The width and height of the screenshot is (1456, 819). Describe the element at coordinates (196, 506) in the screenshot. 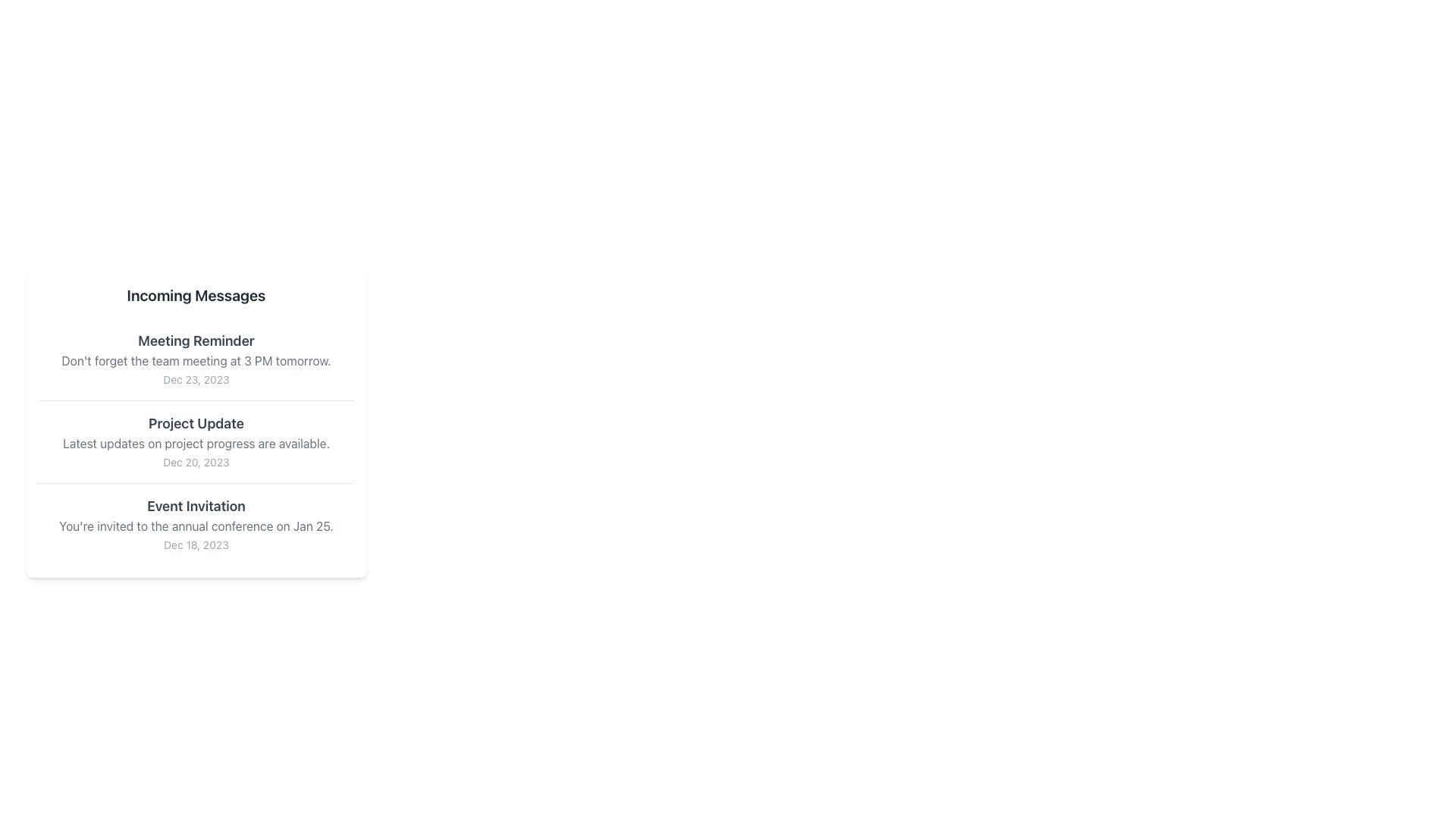

I see `the text label displaying 'Event Invitation' which is styled in bold and larger font, located under 'Incoming Messages'` at that location.